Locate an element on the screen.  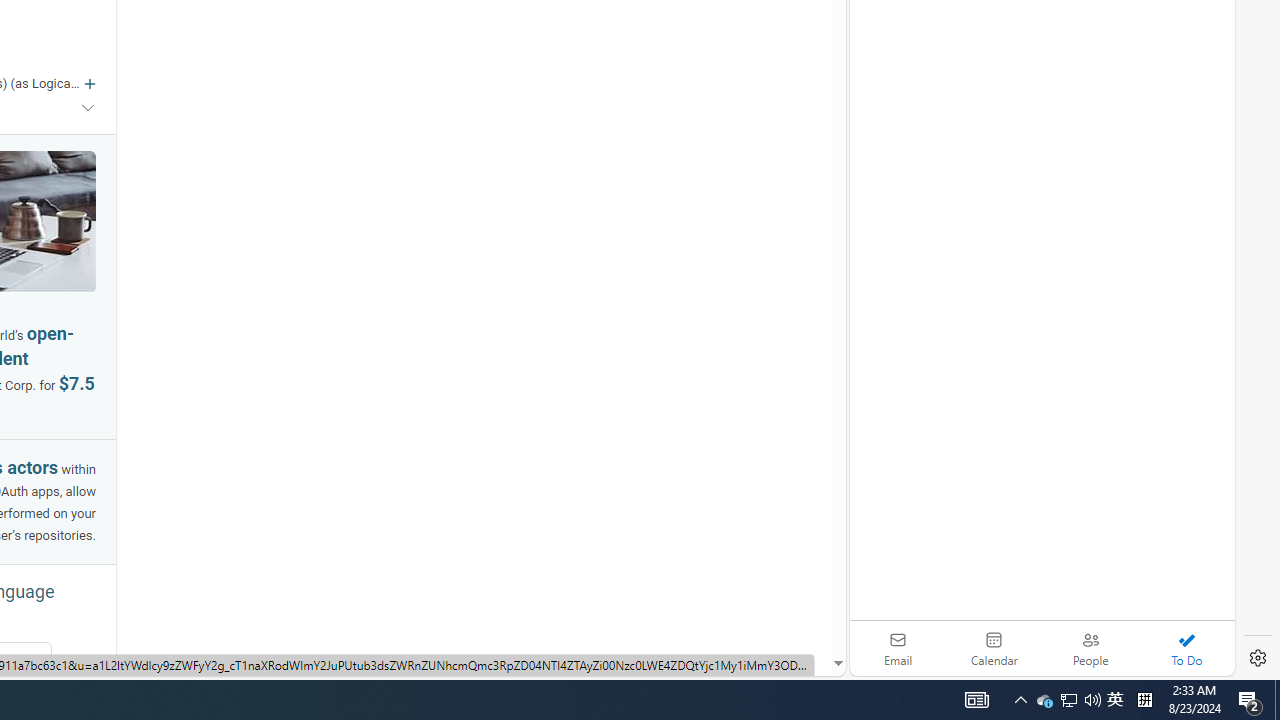
'Email' is located at coordinates (897, 648).